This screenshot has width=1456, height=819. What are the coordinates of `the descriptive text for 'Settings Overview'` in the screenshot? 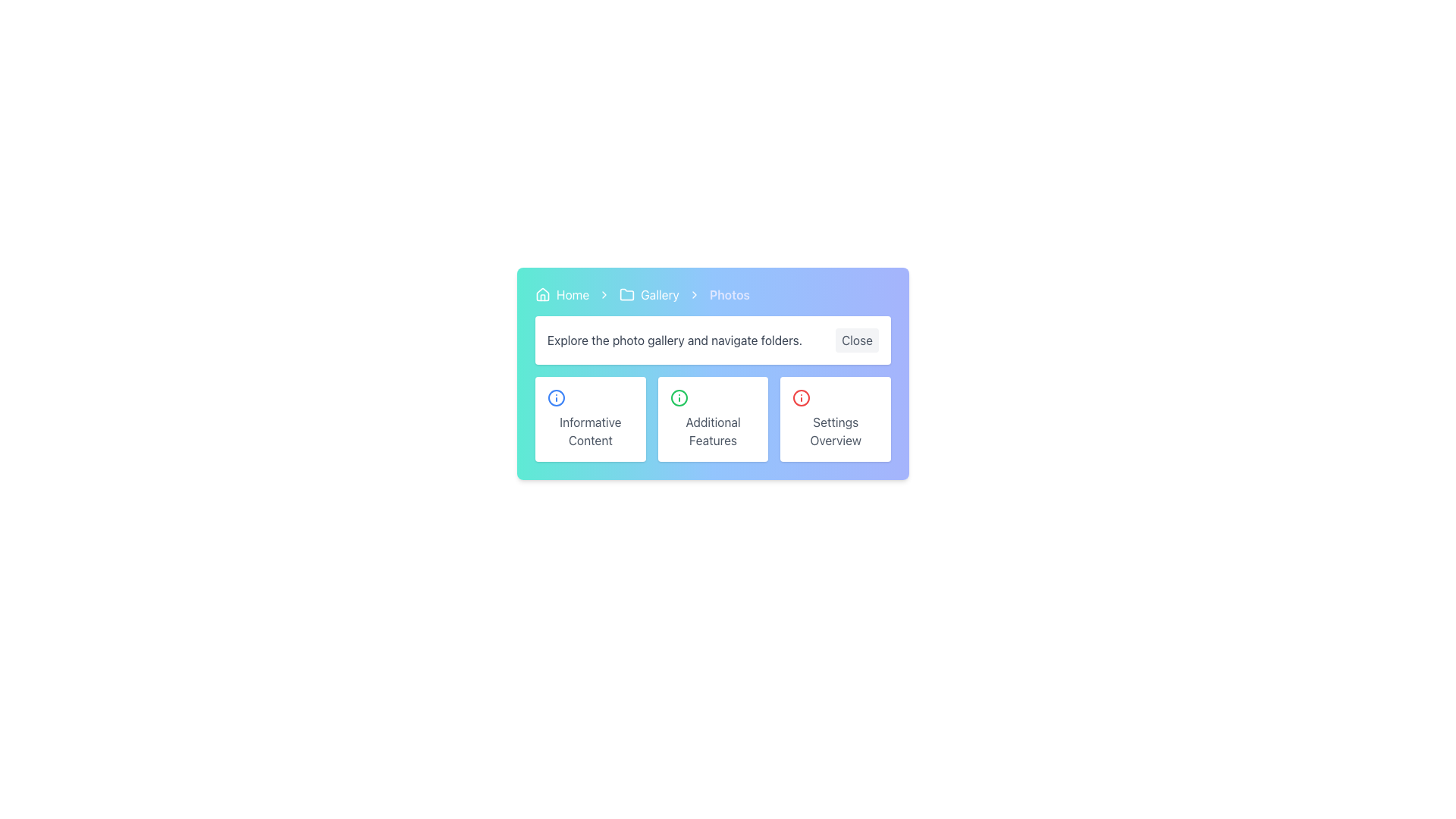 It's located at (835, 431).